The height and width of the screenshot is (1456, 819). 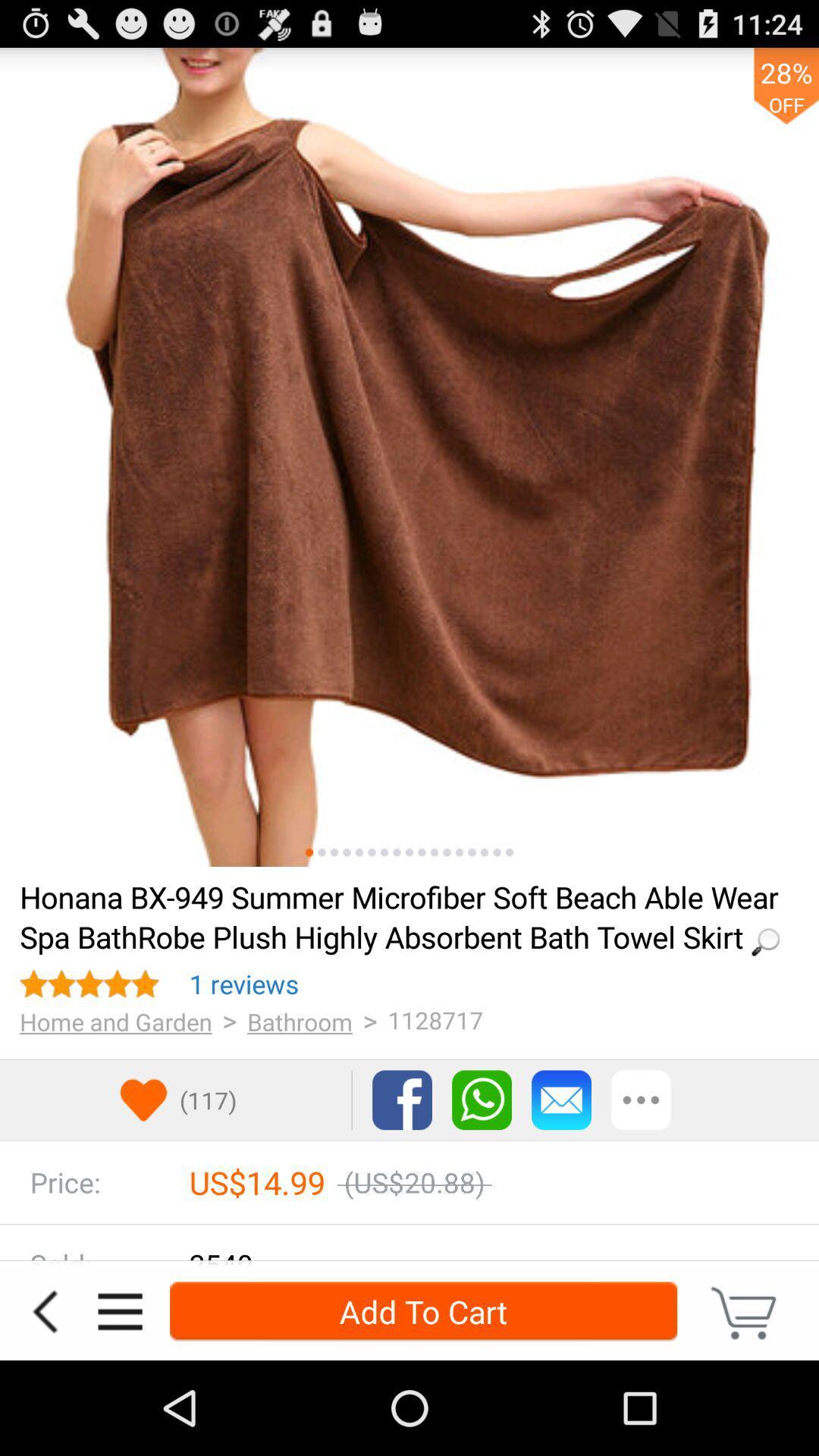 What do you see at coordinates (44, 1310) in the screenshot?
I see `go back` at bounding box center [44, 1310].